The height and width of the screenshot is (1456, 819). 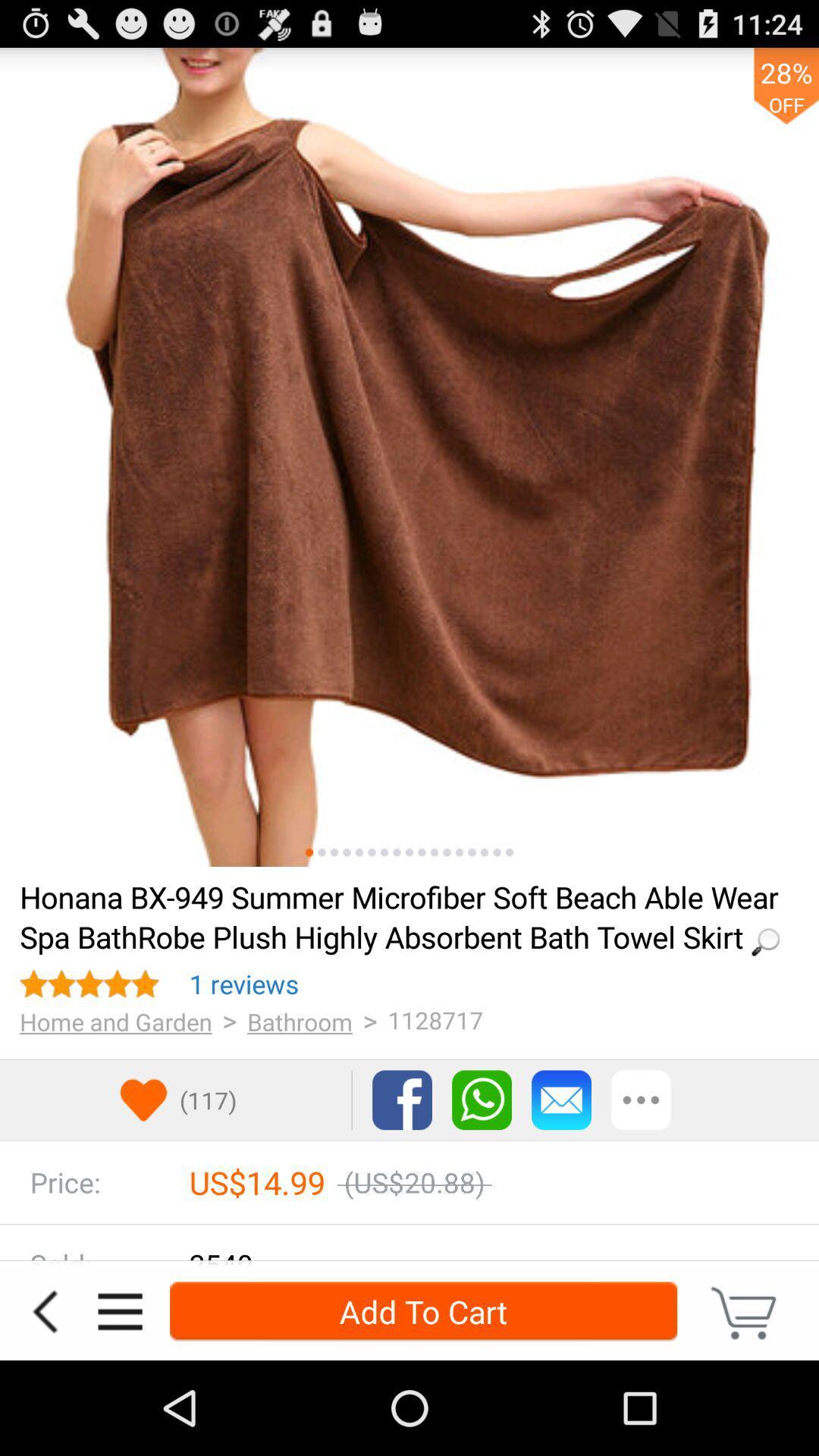 What do you see at coordinates (44, 1310) in the screenshot?
I see `go back` at bounding box center [44, 1310].